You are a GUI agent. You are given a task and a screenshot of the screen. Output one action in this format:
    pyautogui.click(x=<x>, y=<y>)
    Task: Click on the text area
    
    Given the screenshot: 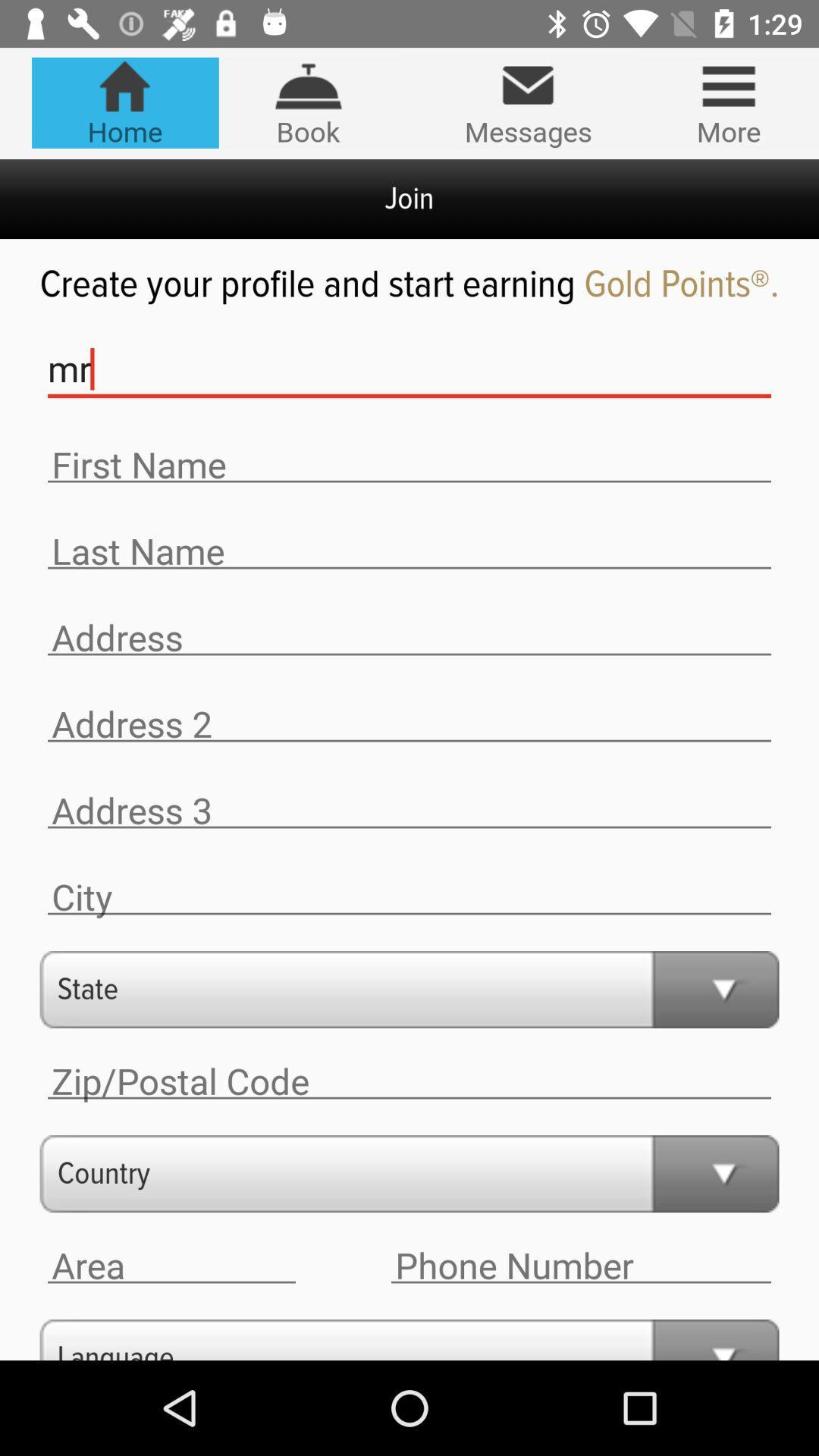 What is the action you would take?
    pyautogui.click(x=580, y=1266)
    